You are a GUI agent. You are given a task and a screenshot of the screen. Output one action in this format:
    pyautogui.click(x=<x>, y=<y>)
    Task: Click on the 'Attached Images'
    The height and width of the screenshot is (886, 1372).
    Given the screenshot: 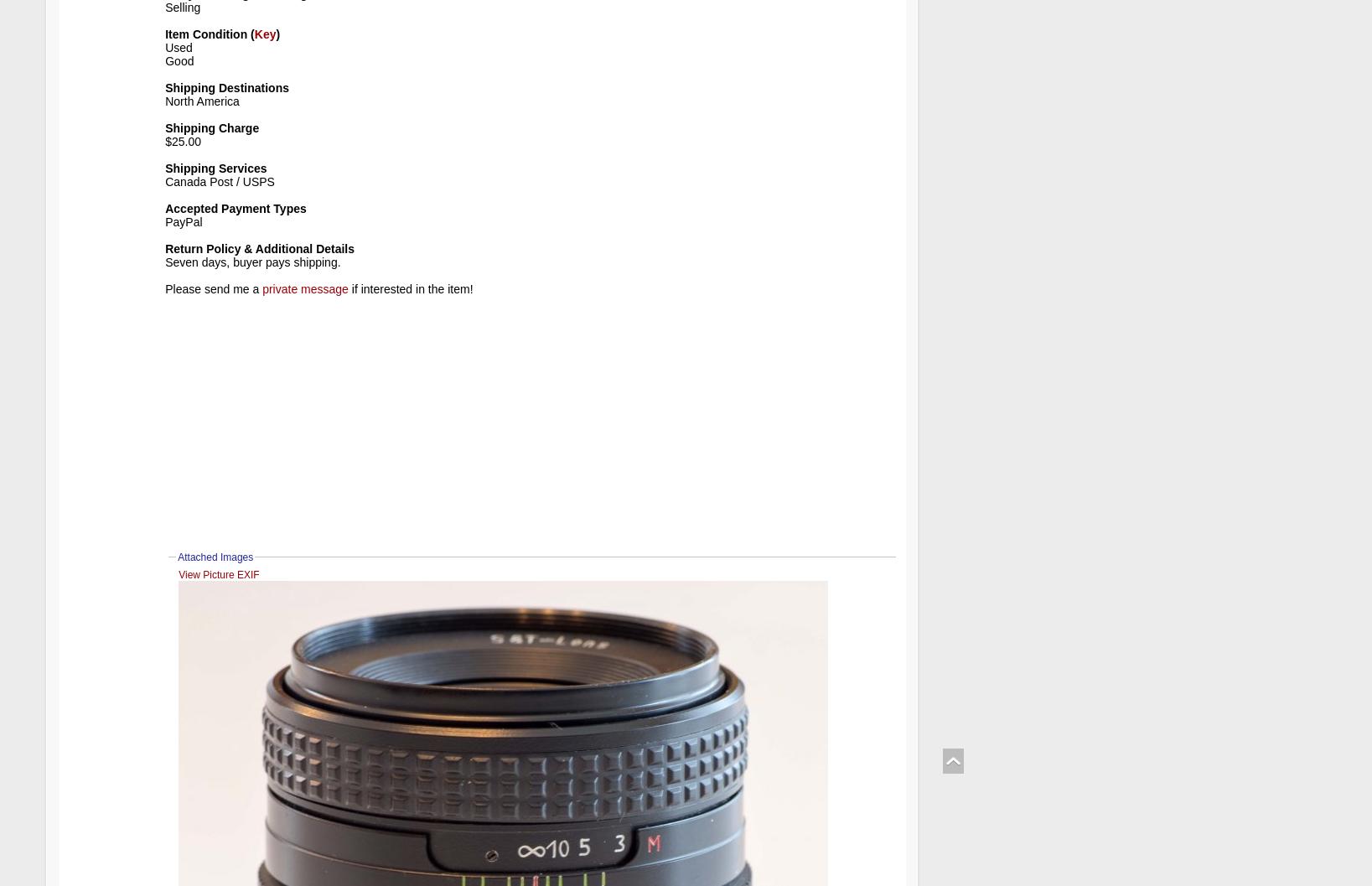 What is the action you would take?
    pyautogui.click(x=215, y=557)
    